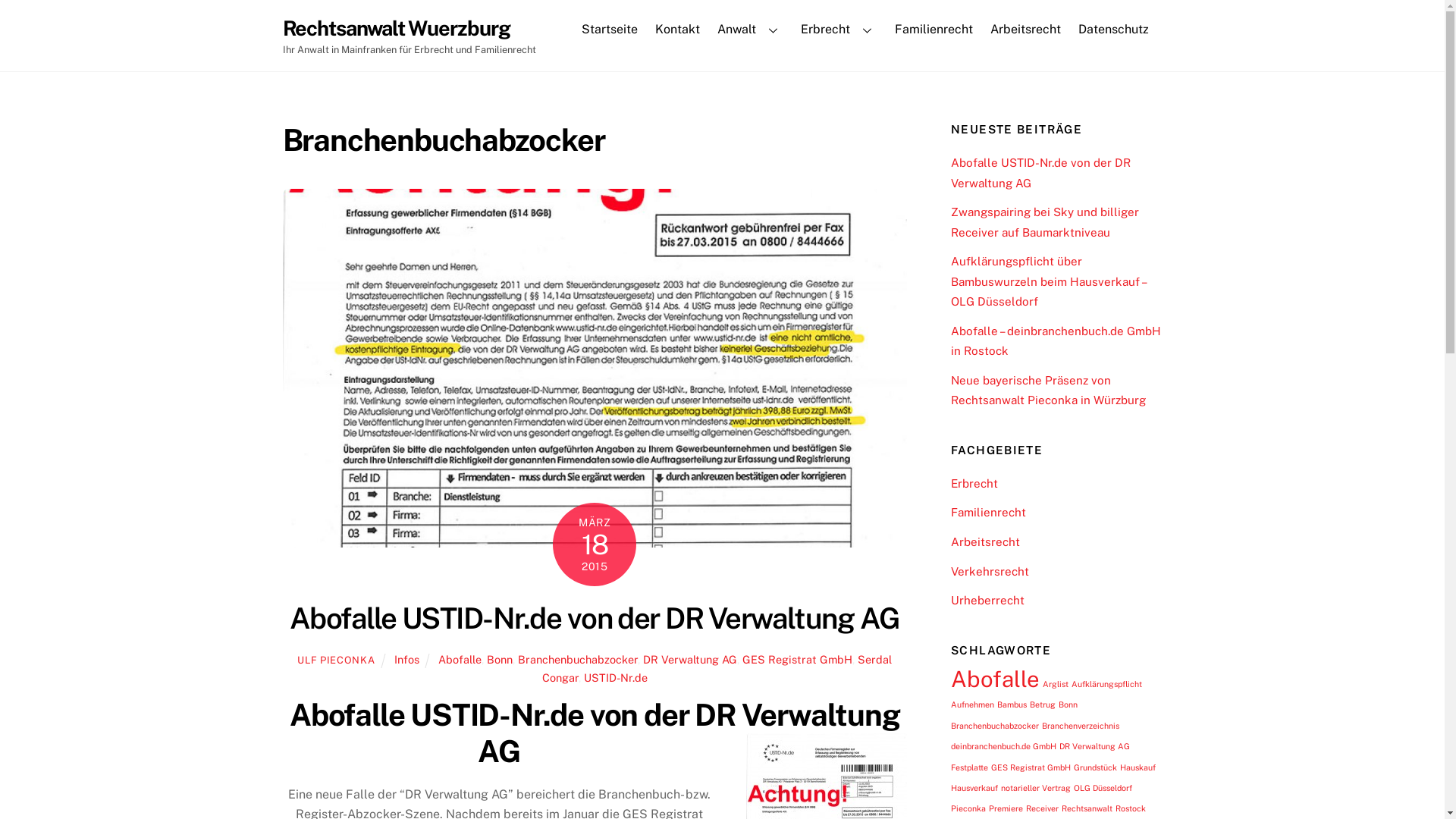  What do you see at coordinates (990, 571) in the screenshot?
I see `'Verkehrsrecht'` at bounding box center [990, 571].